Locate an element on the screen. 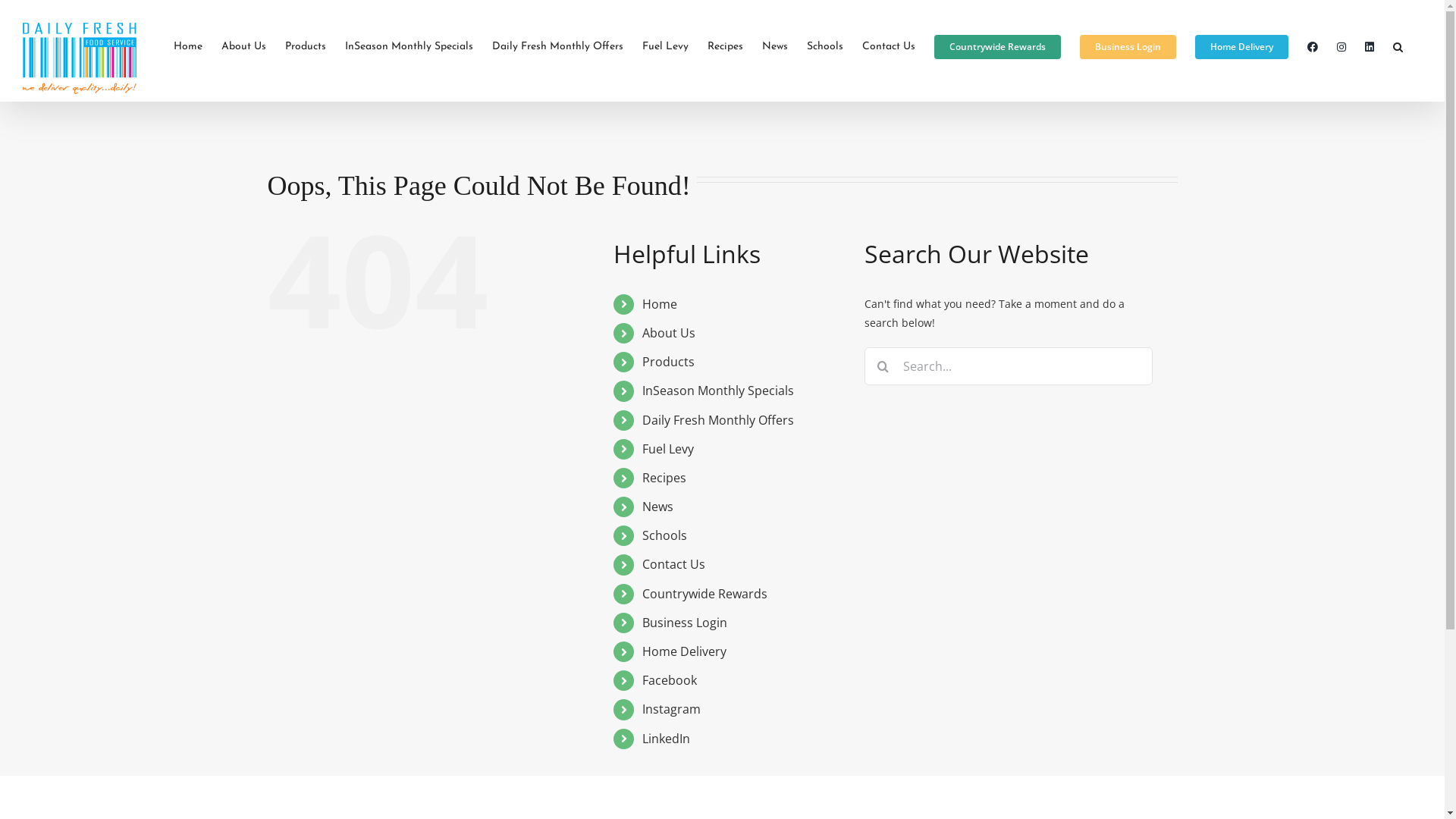 The width and height of the screenshot is (1456, 819). 'About Us' is located at coordinates (668, 332).